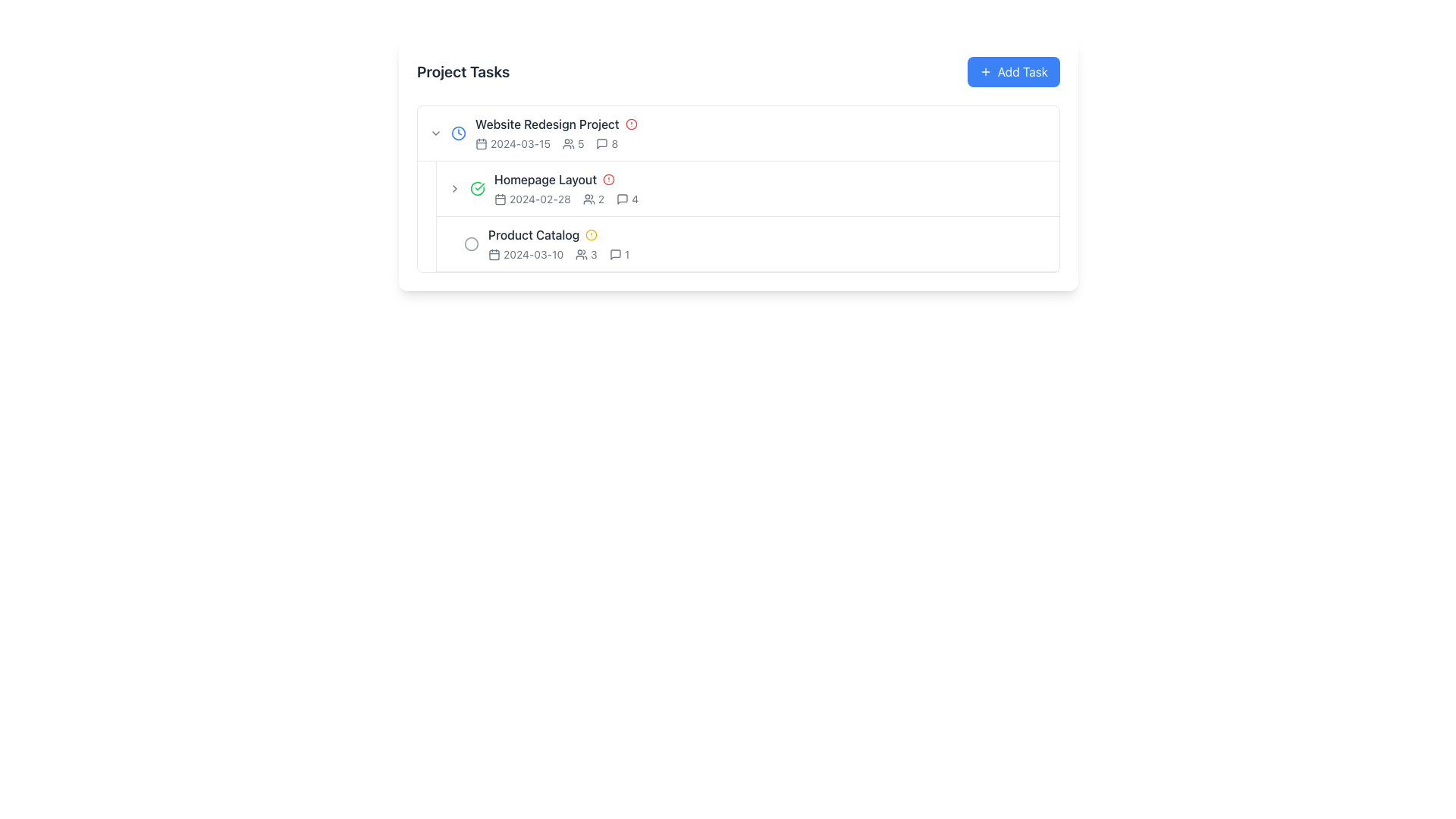  I want to click on numeral displayed in the Text and Icon element that shows the count of users associated with the 'Product Catalog' task, located in the third row of the 'Project Tasks' list, so click(585, 253).